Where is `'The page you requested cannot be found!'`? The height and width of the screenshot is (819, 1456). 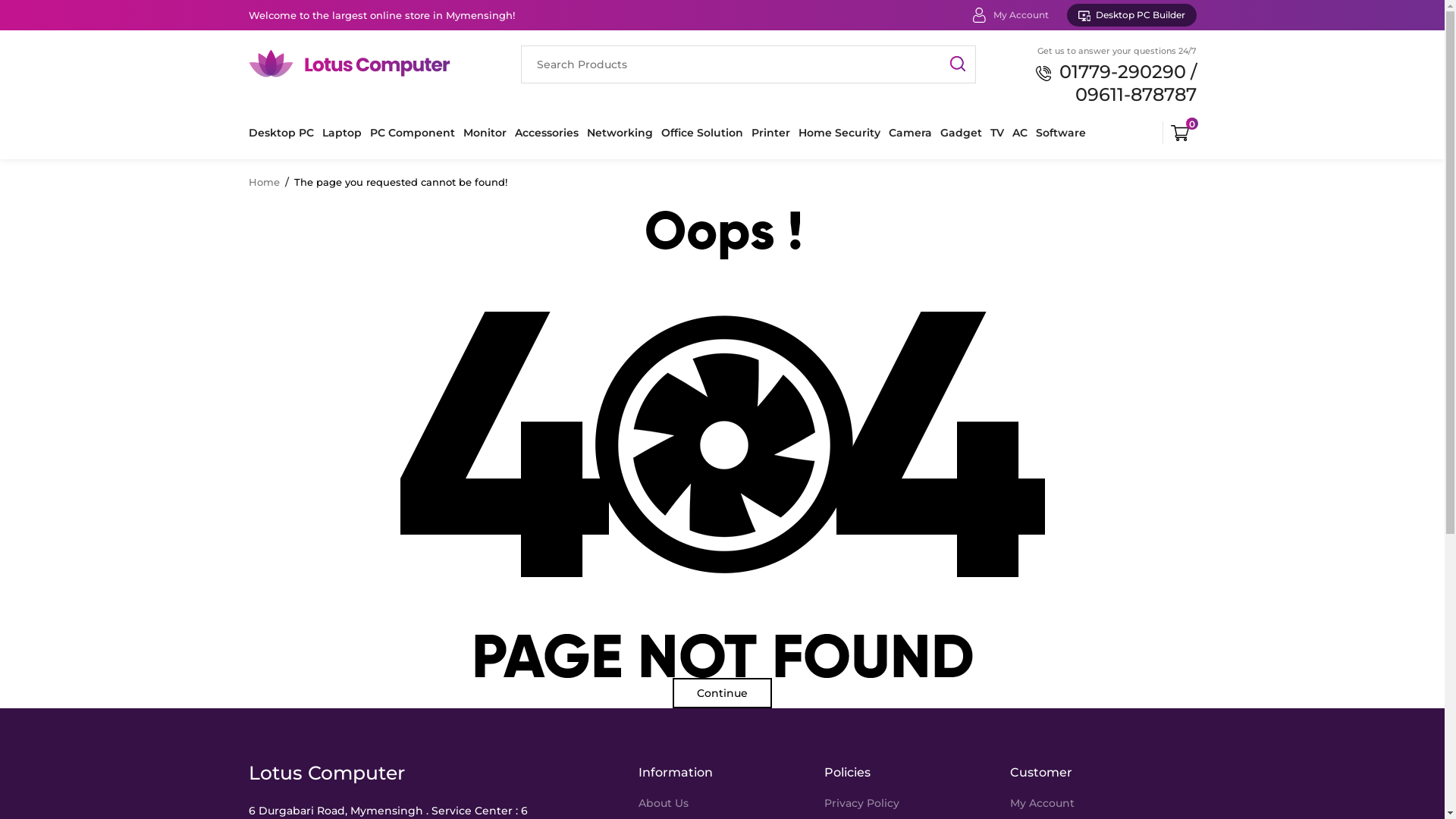 'The page you requested cannot be found!' is located at coordinates (400, 181).